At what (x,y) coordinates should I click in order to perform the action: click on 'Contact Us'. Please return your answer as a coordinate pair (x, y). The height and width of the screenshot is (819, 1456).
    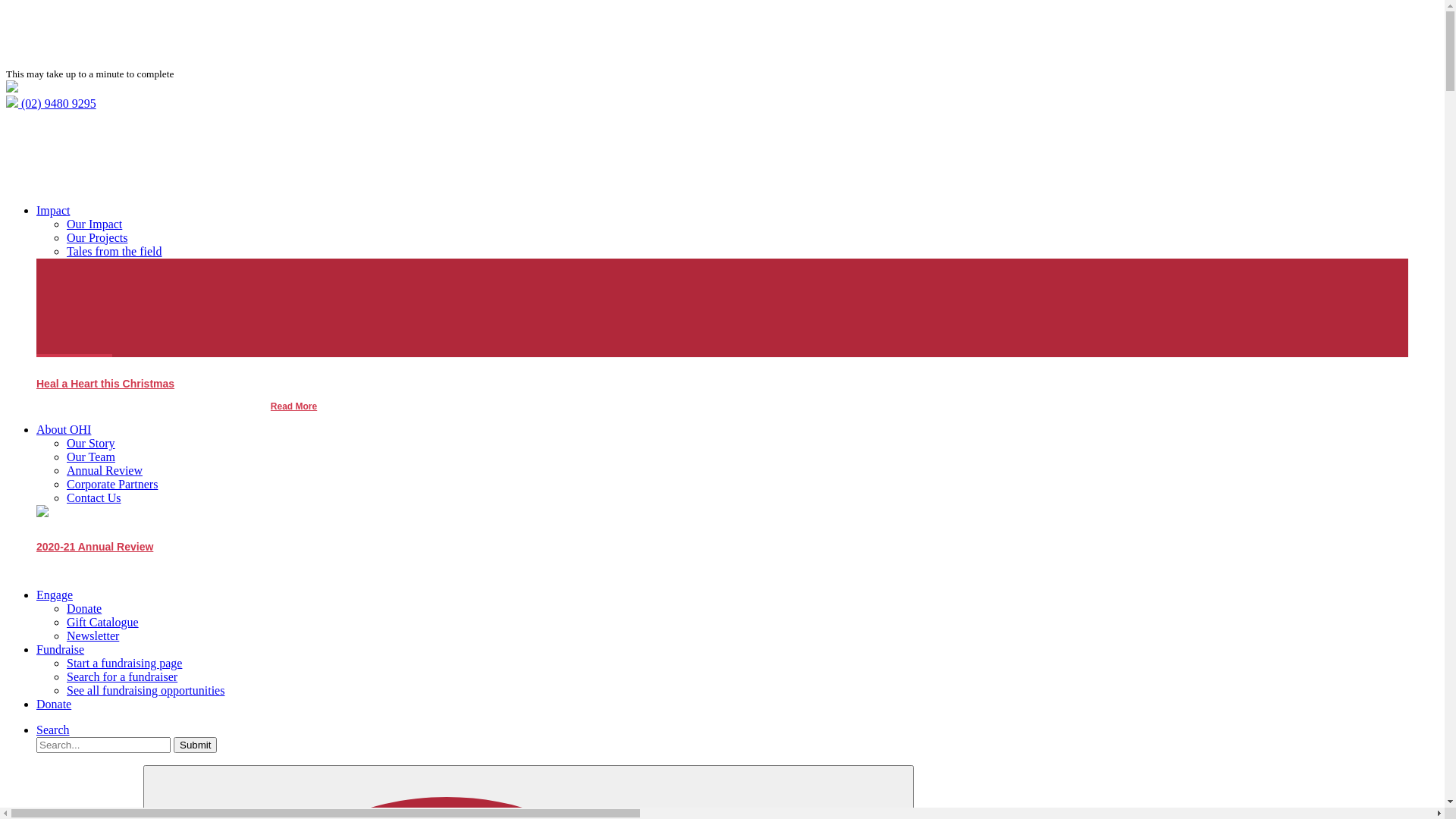
    Looking at the image, I should click on (65, 497).